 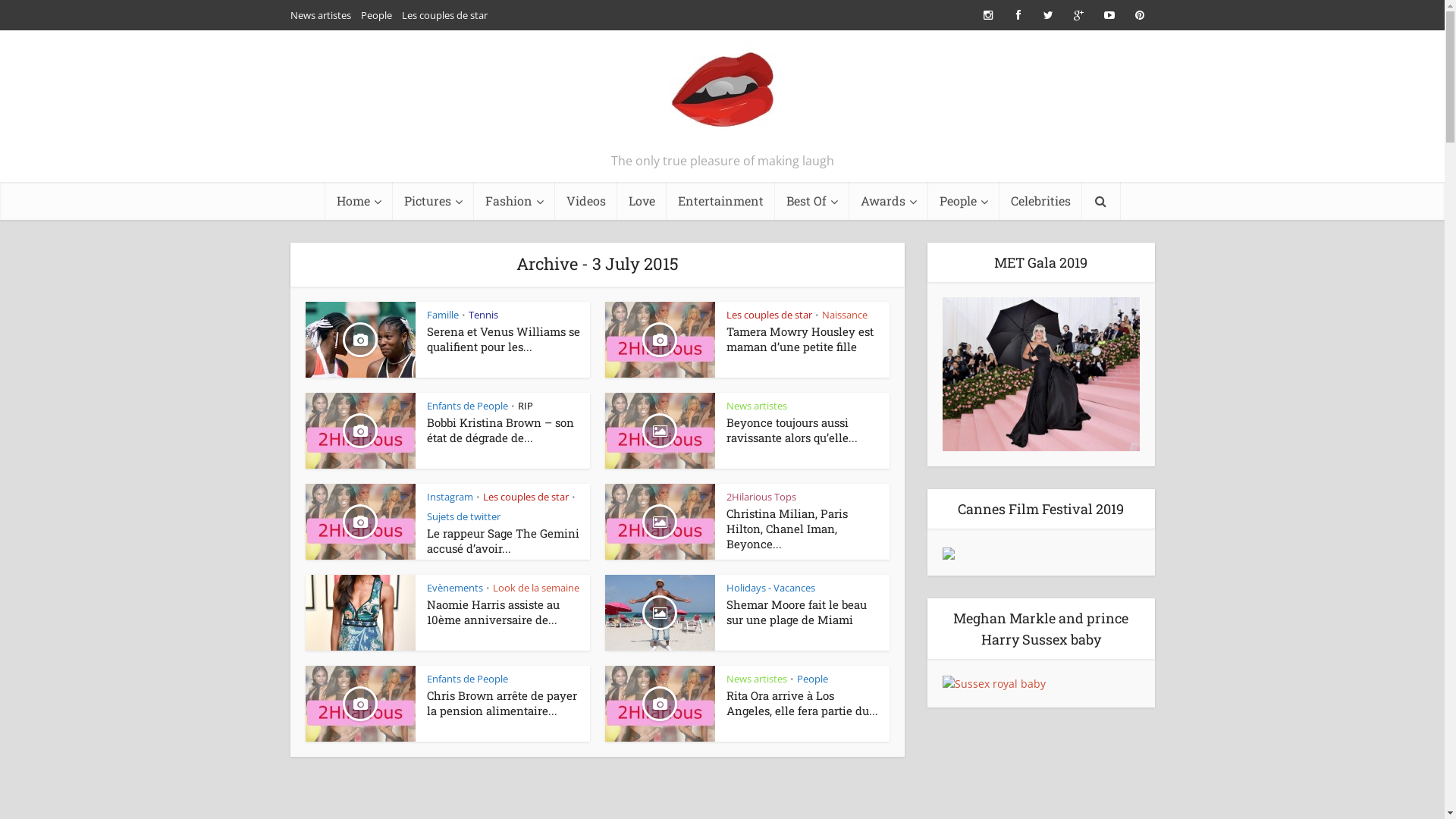 I want to click on 'Fashion', so click(x=472, y=200).